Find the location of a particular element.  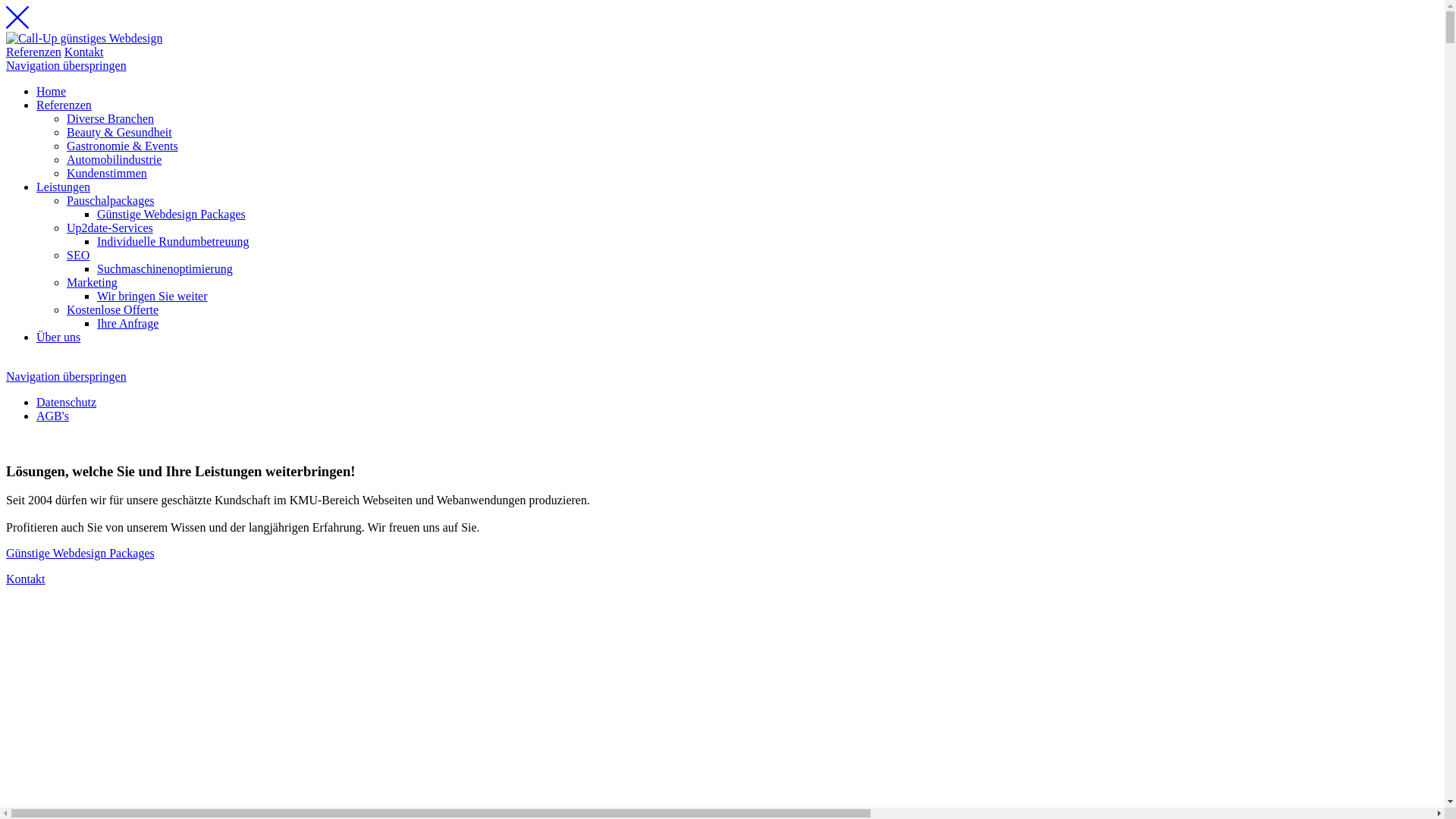

'Diverse Branchen' is located at coordinates (109, 118).